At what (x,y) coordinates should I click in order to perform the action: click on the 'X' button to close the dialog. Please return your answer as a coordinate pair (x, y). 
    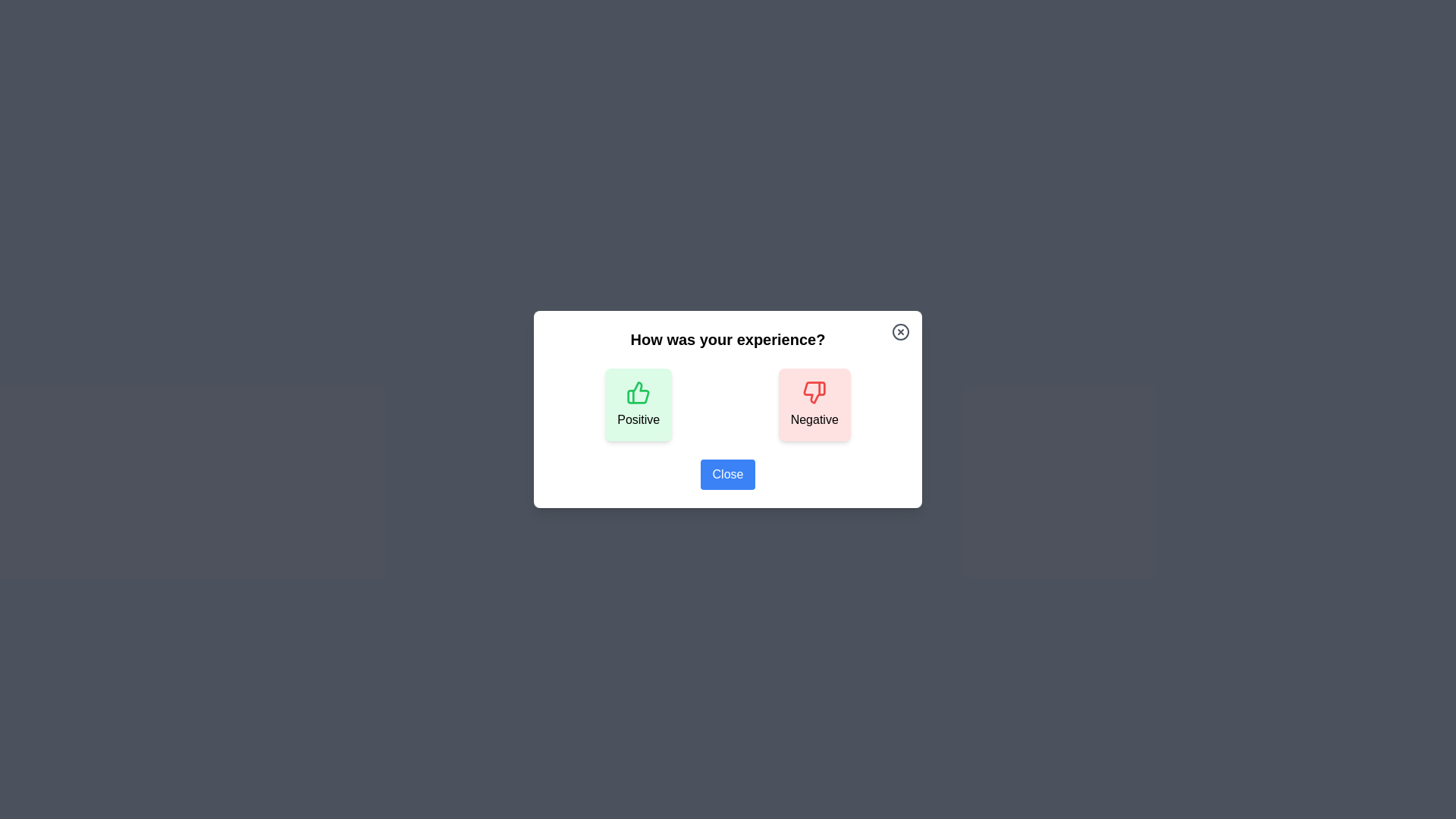
    Looking at the image, I should click on (901, 331).